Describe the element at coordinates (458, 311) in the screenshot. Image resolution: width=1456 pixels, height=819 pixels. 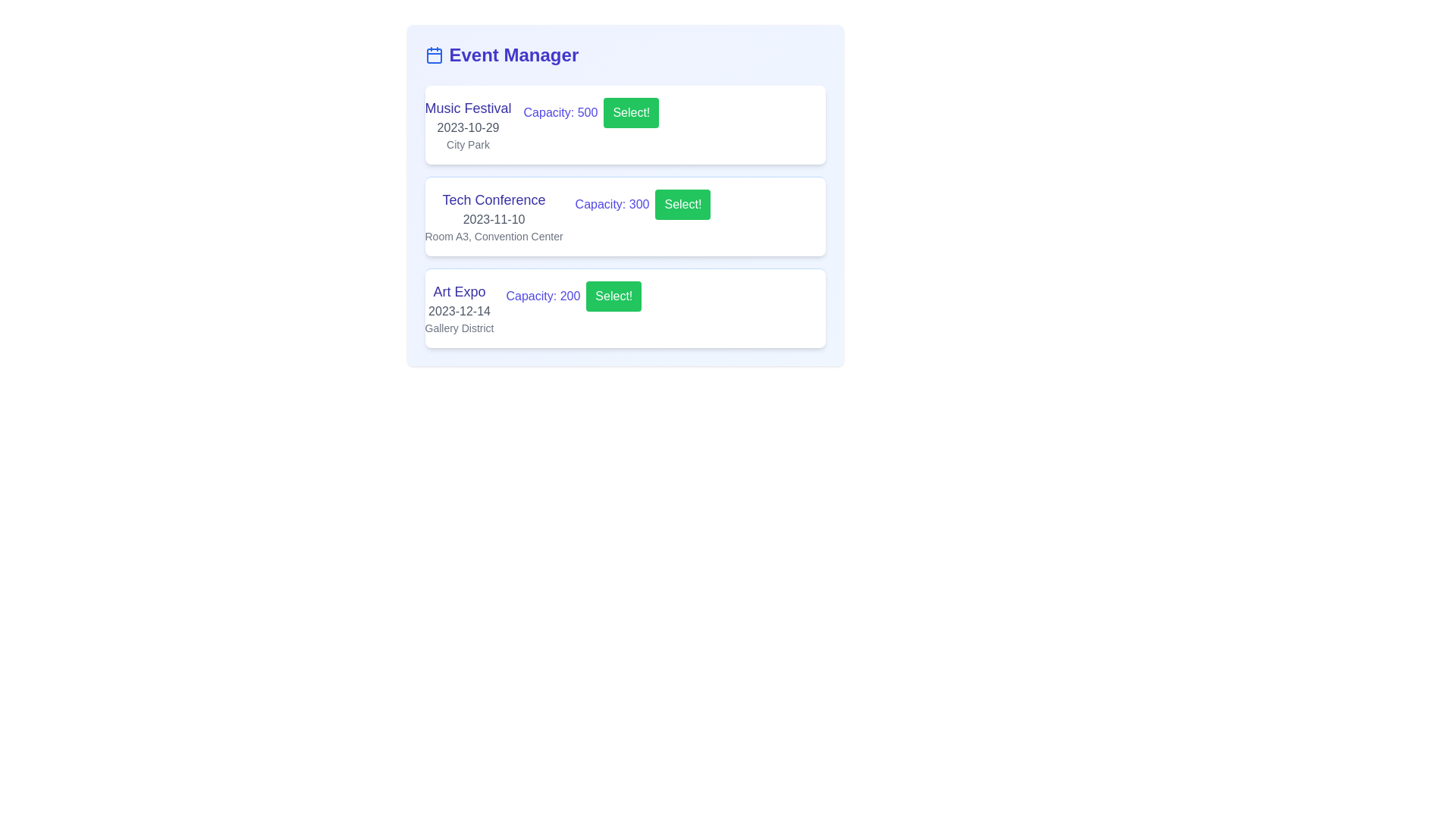
I see `the date text '2023-12-14' styled in gray font, which is positioned below the title 'Art Expo' and above the location 'Gallery District' in the event list` at that location.